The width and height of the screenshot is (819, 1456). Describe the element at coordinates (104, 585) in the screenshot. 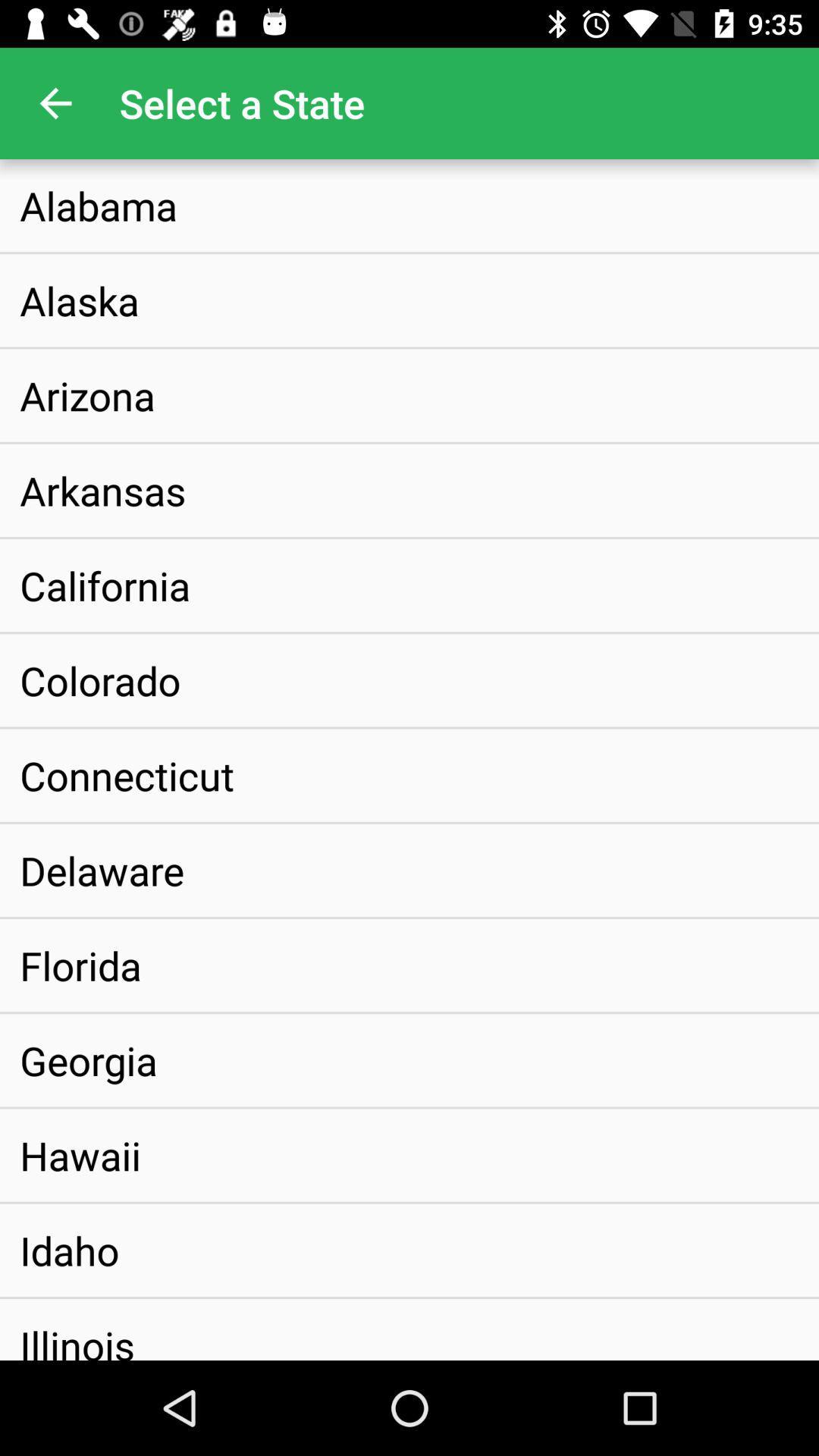

I see `california item` at that location.